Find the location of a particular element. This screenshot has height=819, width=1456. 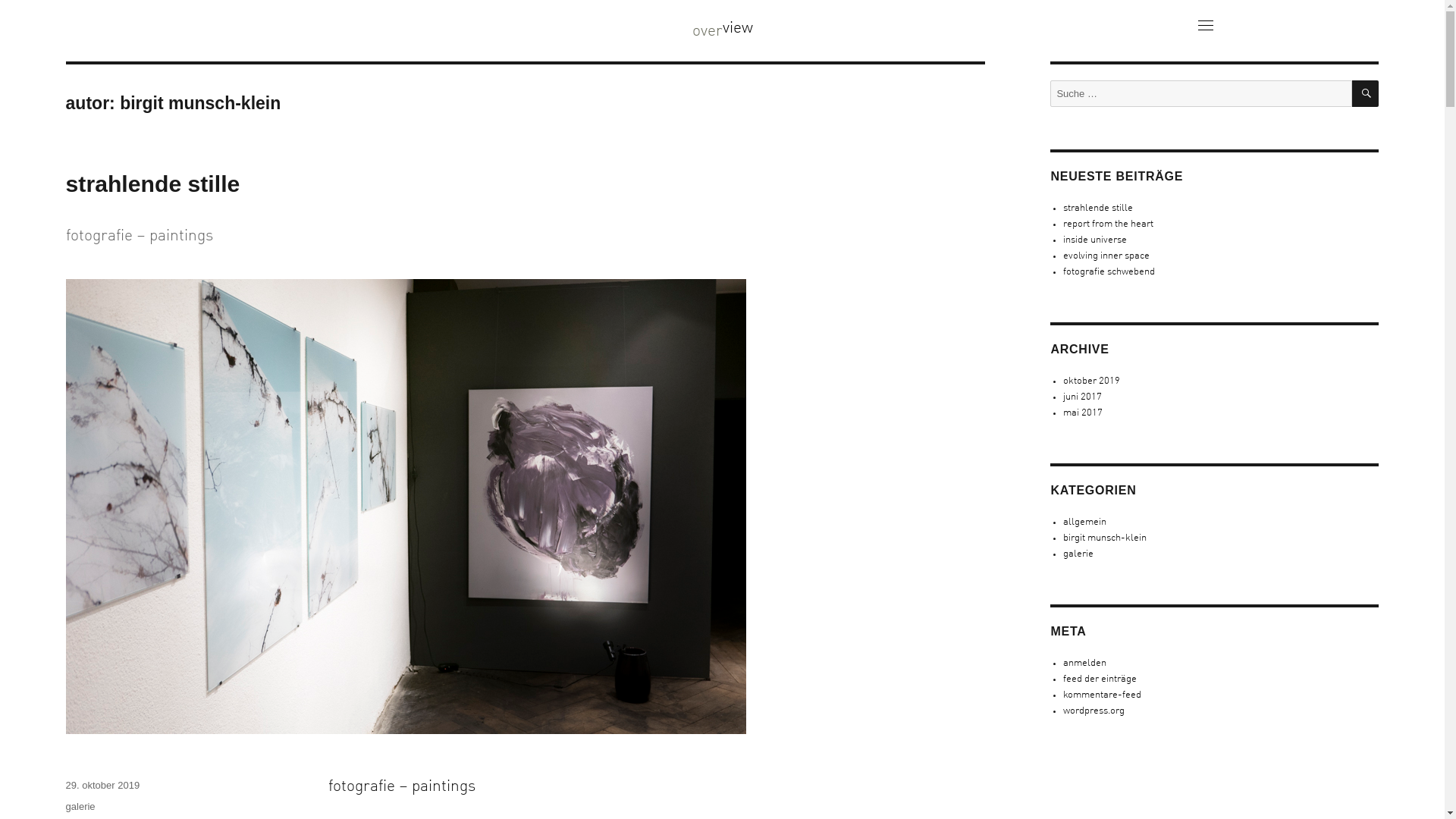

'strahlende stille' is located at coordinates (1098, 208).